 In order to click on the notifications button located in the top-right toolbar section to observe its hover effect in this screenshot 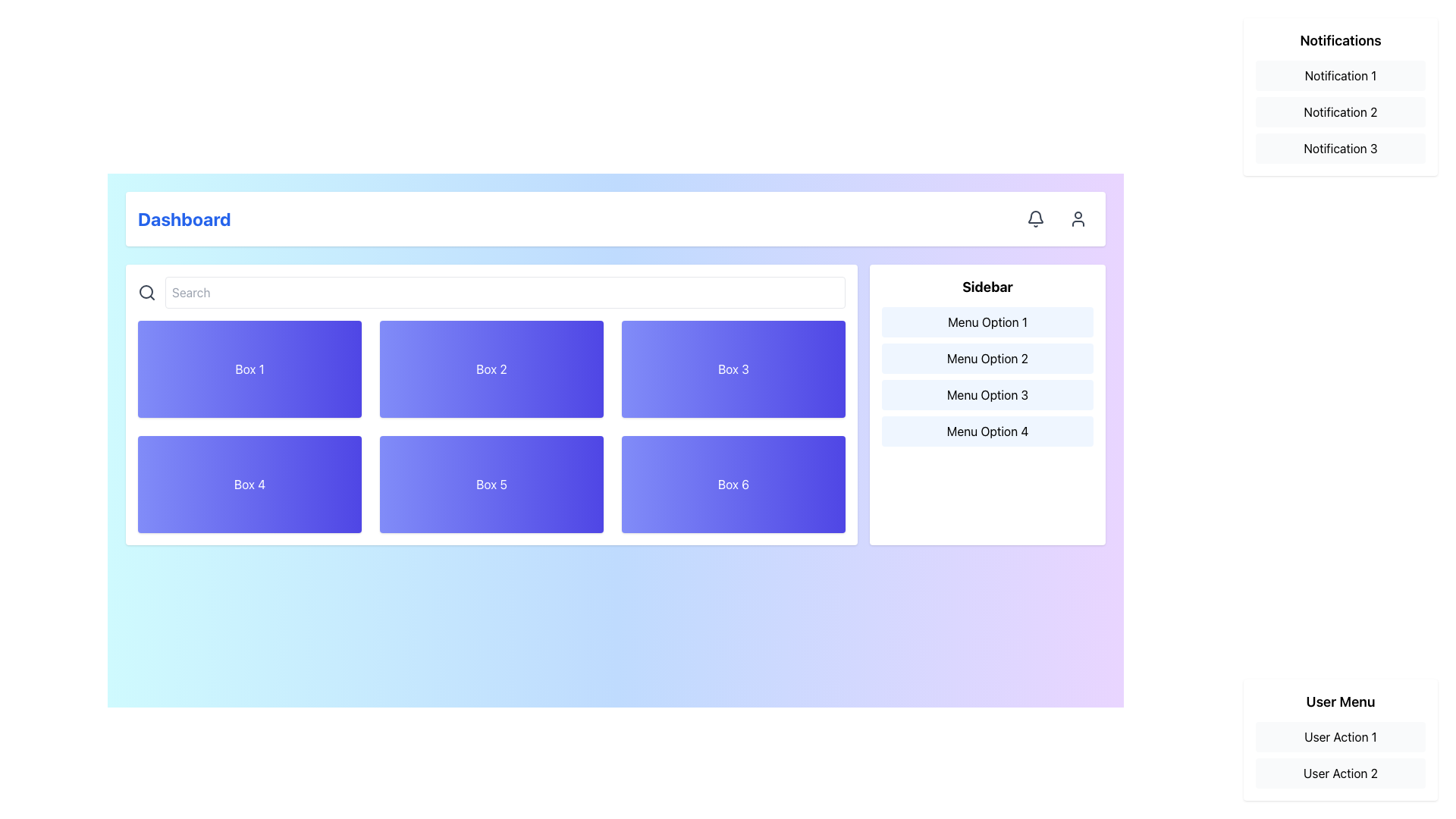, I will do `click(1035, 219)`.